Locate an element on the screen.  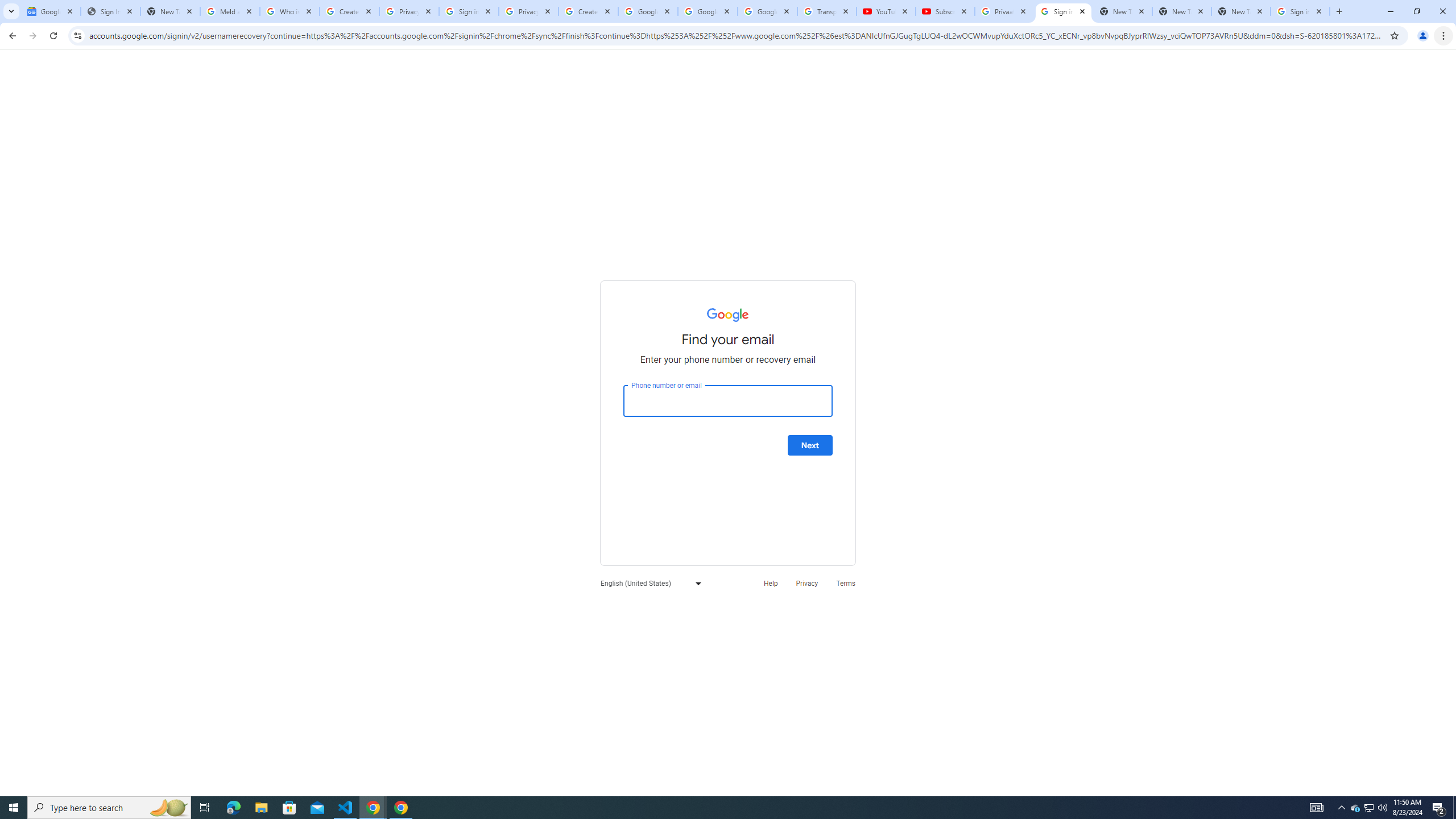
'View site information' is located at coordinates (77, 35).